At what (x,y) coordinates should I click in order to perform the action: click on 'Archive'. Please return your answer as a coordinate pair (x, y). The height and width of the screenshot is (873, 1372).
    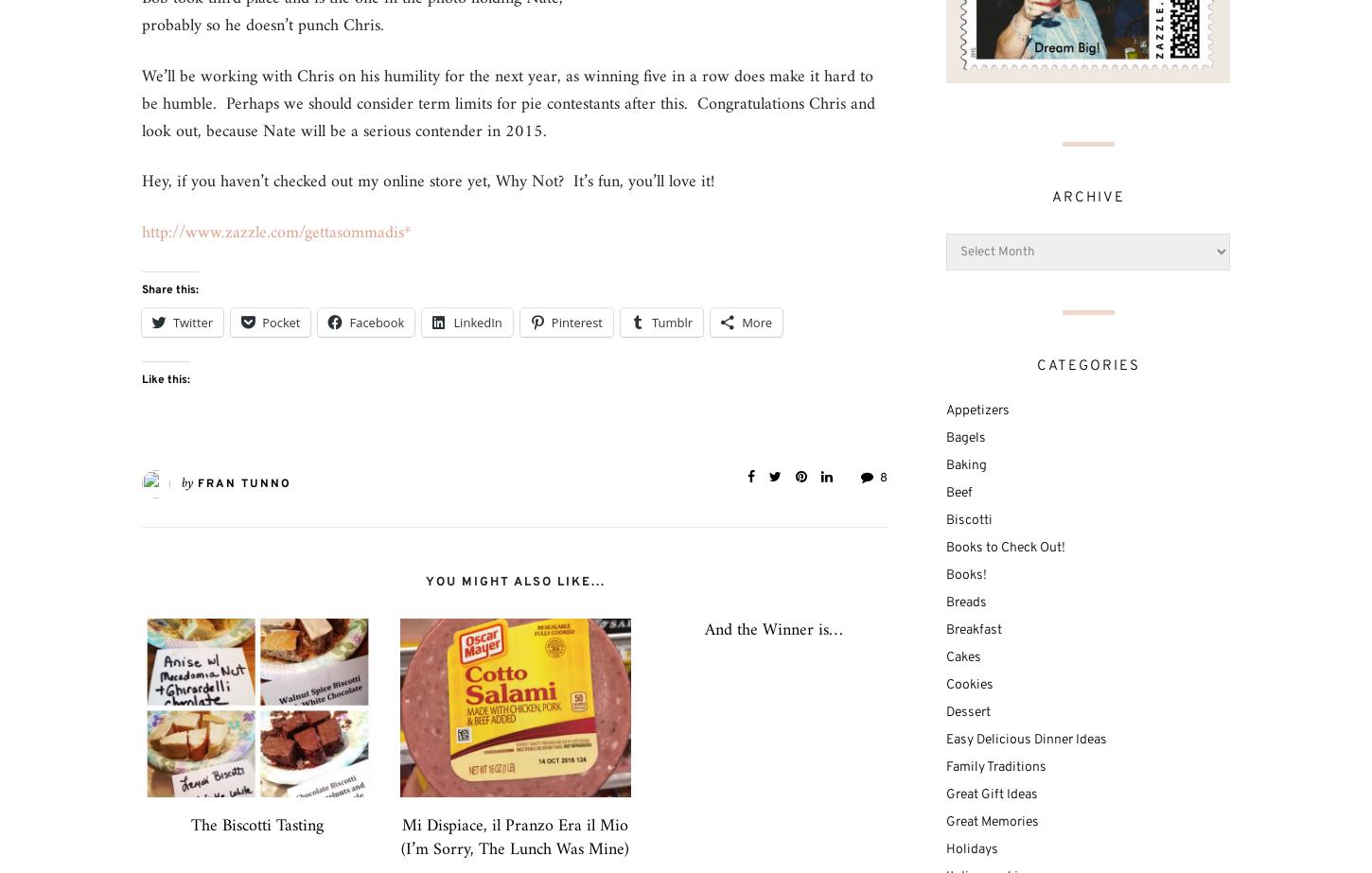
    Looking at the image, I should click on (1086, 197).